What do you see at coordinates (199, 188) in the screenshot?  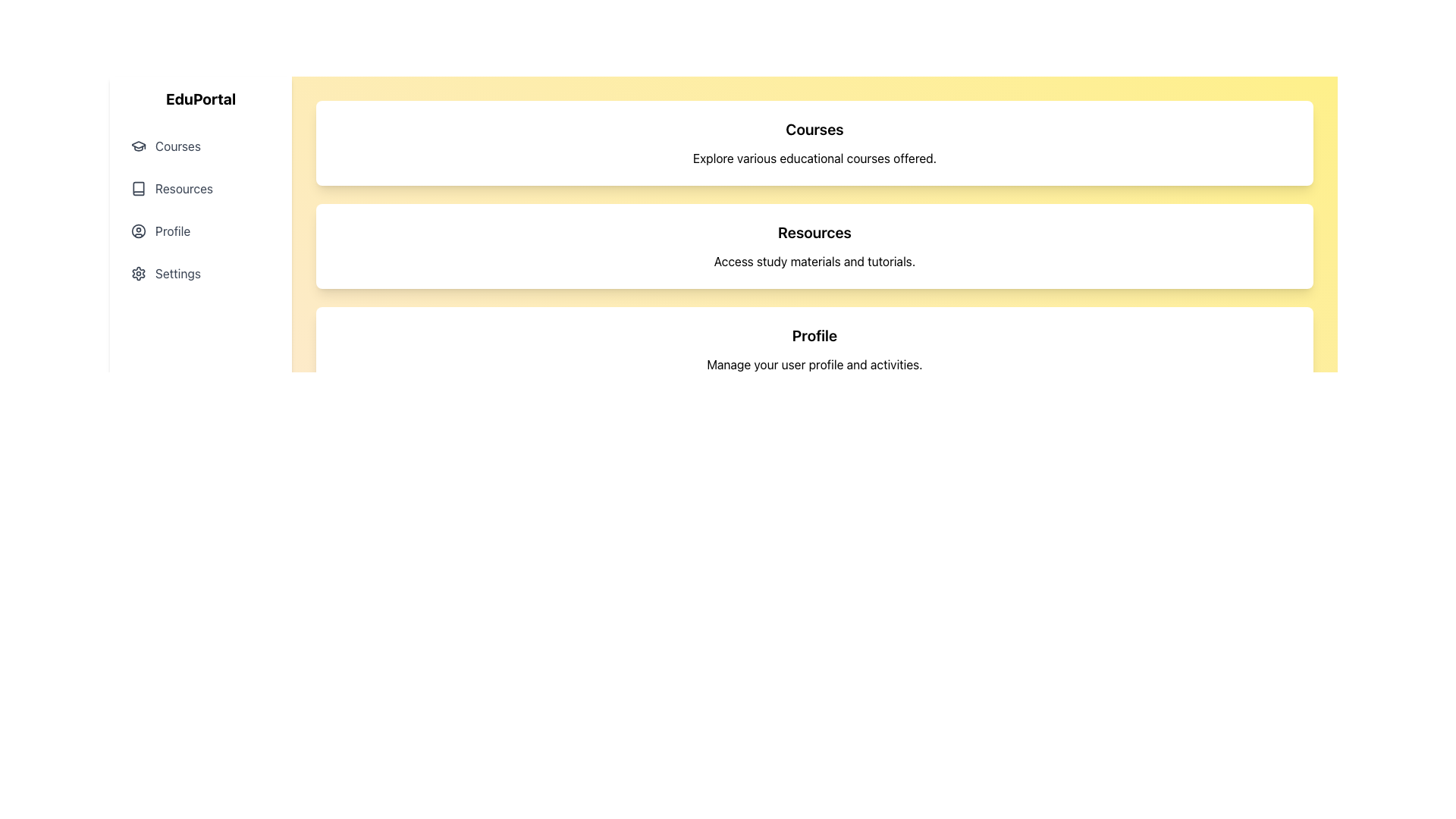 I see `the 'Resources' navigation button, which is a horizontal rectangular item with a book icon, located in the vertical menu on the left side of the page, positioned between 'Courses' and 'Profile'` at bounding box center [199, 188].